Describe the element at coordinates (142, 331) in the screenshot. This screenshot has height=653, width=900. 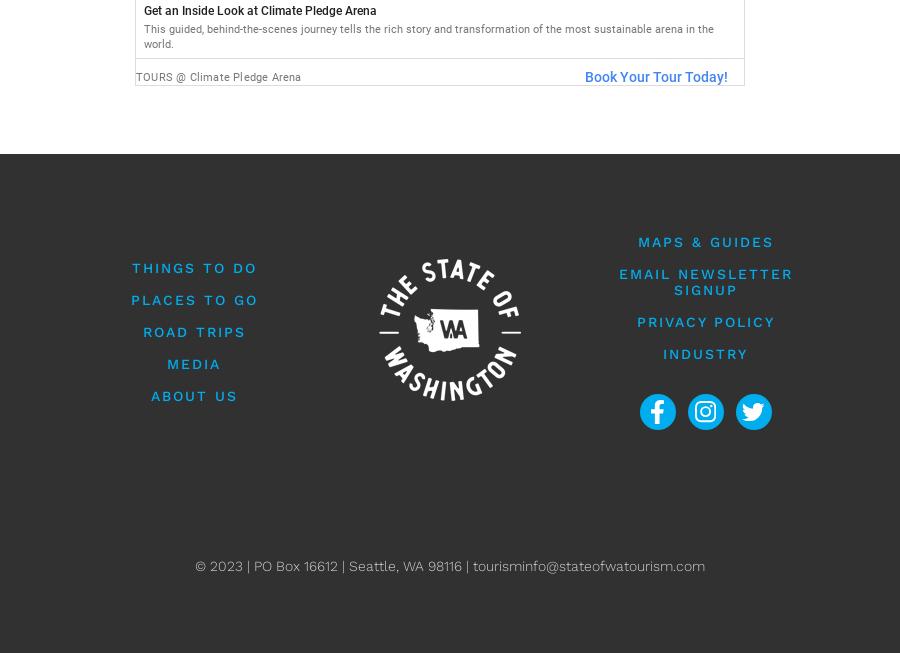
I see `'Road Trips'` at that location.